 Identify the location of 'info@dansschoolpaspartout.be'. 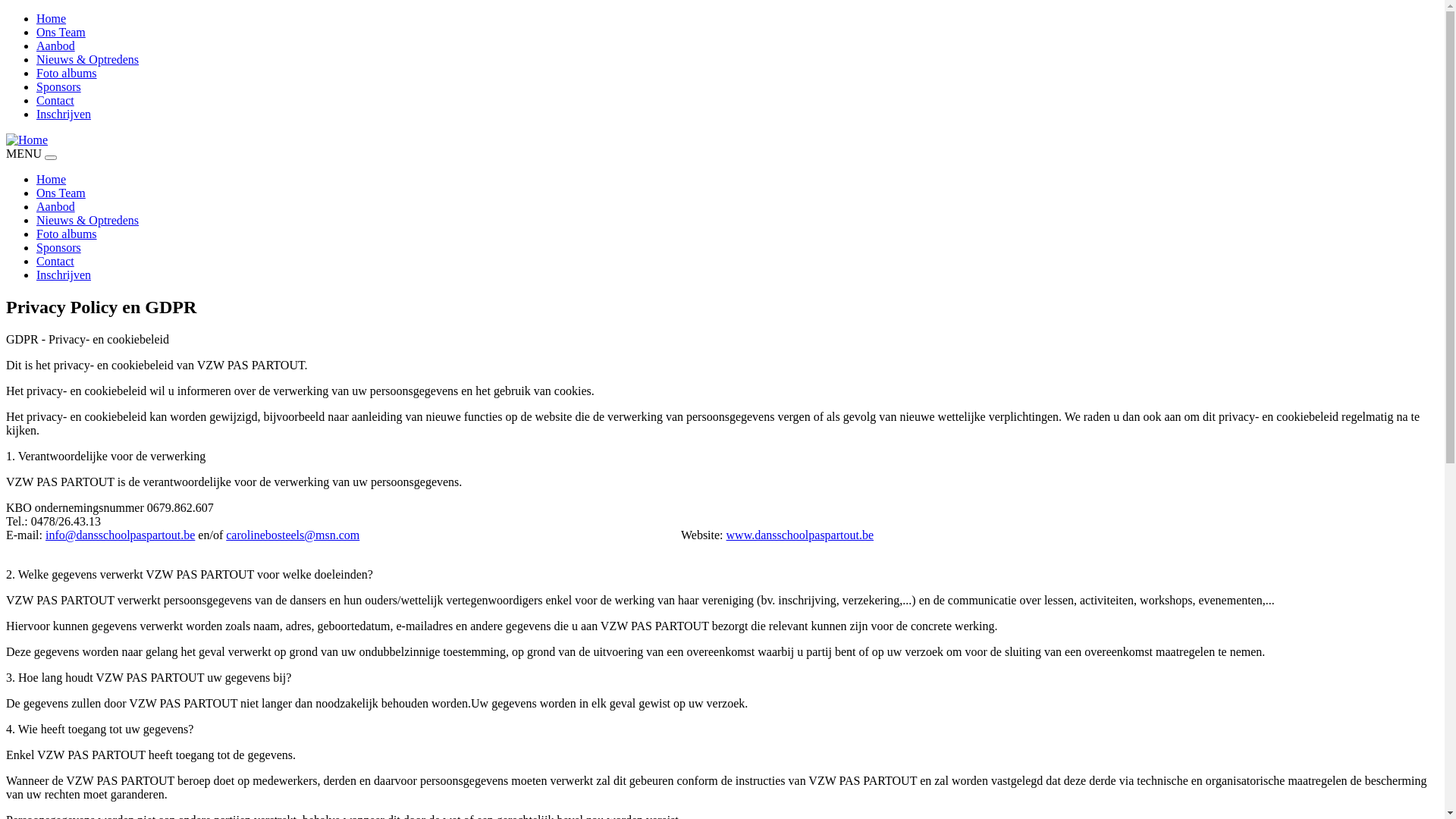
(119, 534).